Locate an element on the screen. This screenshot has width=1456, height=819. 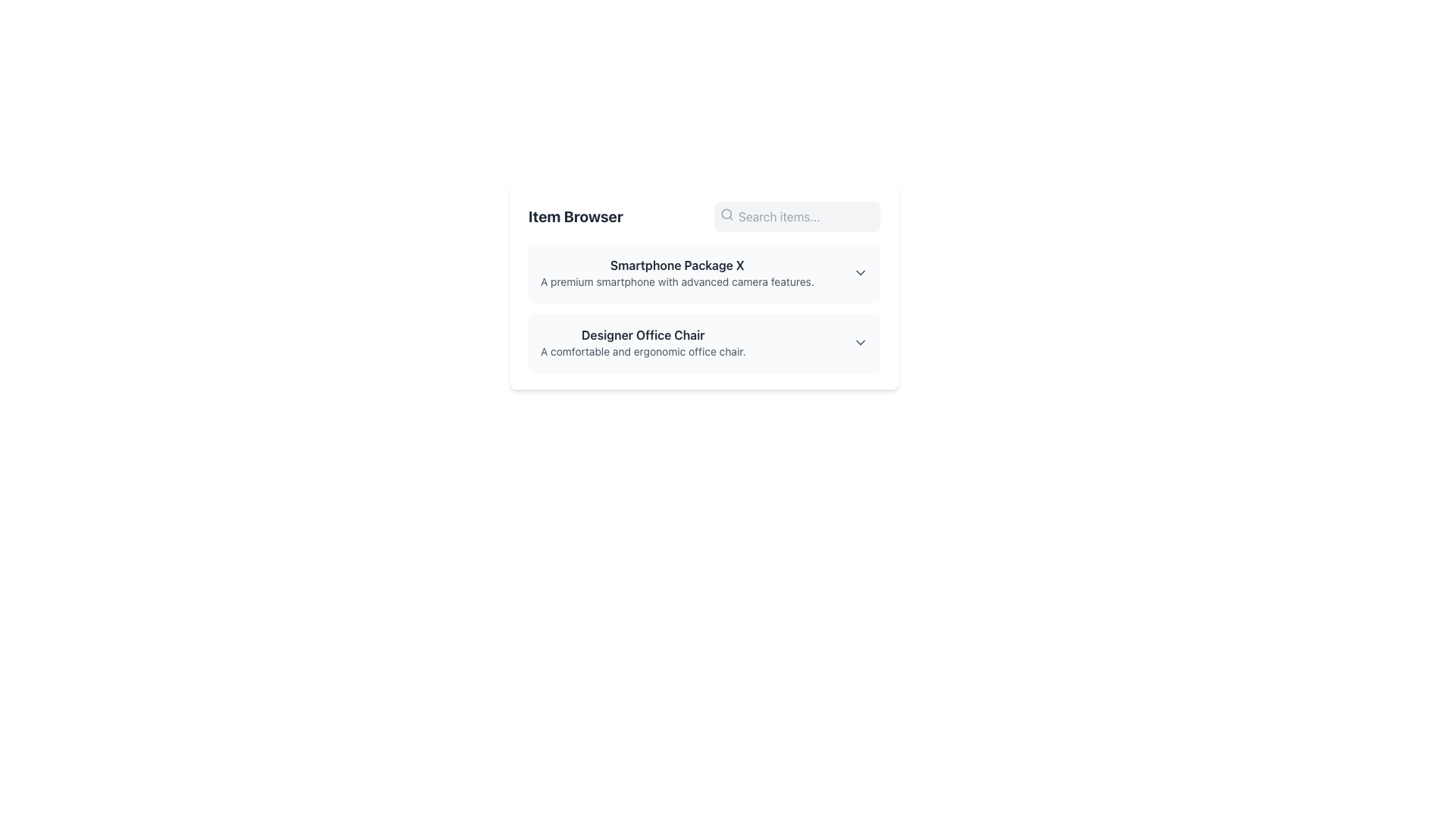
a section of the List component displaying item summaries within the 'Item Browser' card is located at coordinates (704, 307).